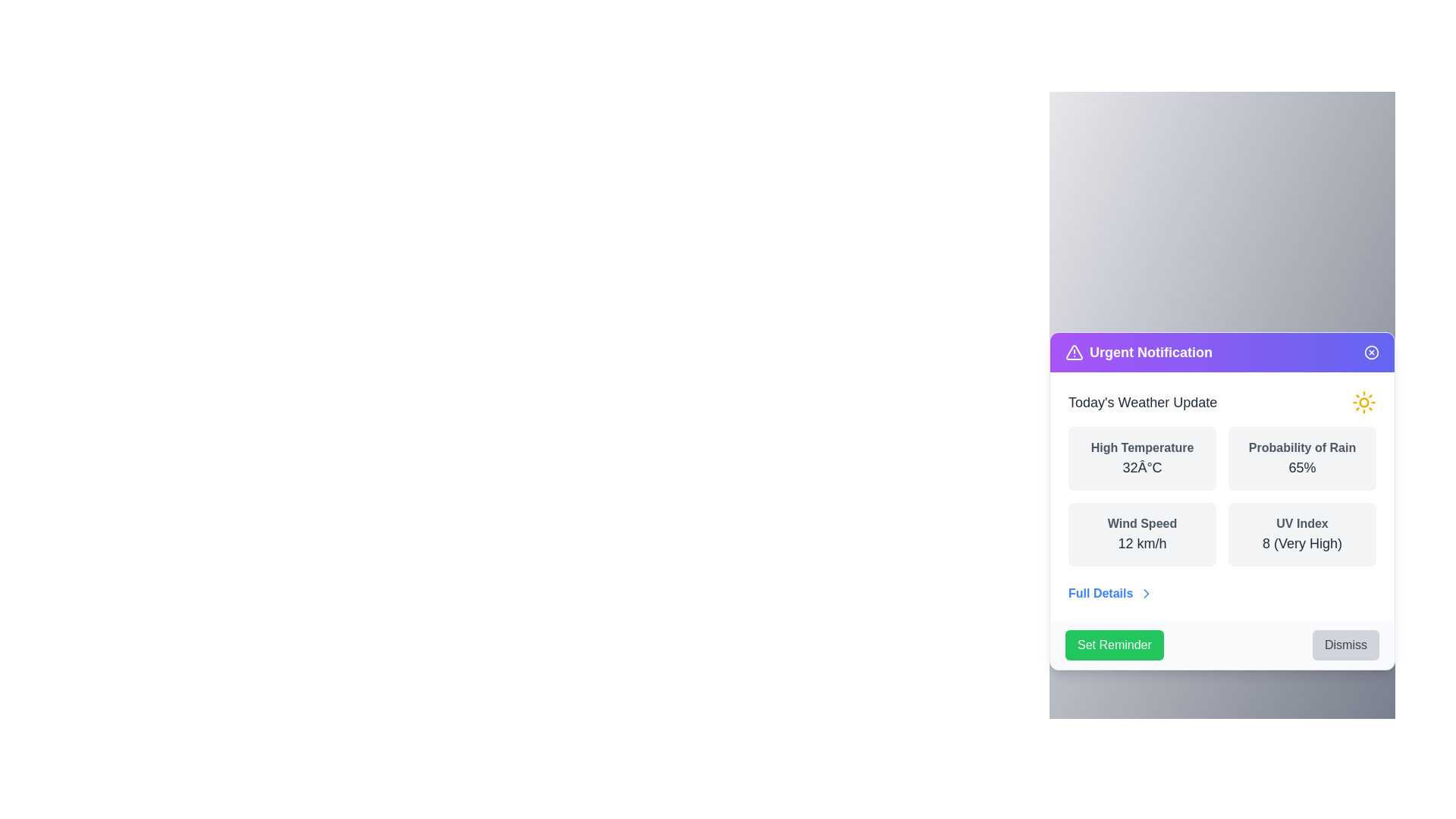 This screenshot has width=1456, height=819. Describe the element at coordinates (1346, 645) in the screenshot. I see `the dismiss button located at the bottom-right of the notification card` at that location.